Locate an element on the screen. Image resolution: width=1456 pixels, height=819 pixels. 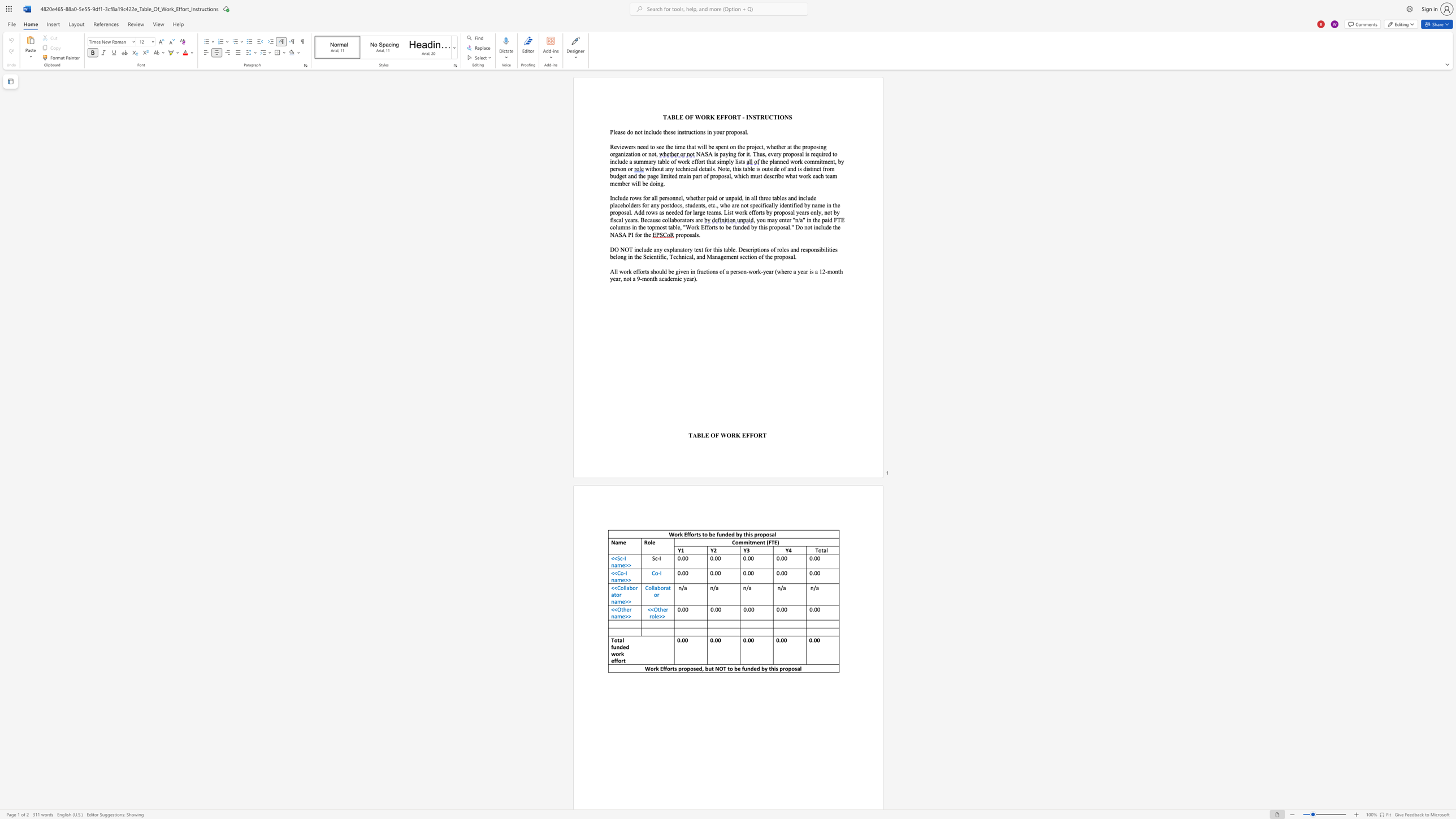
the subset text "als." within the text "proposals." is located at coordinates (692, 234).